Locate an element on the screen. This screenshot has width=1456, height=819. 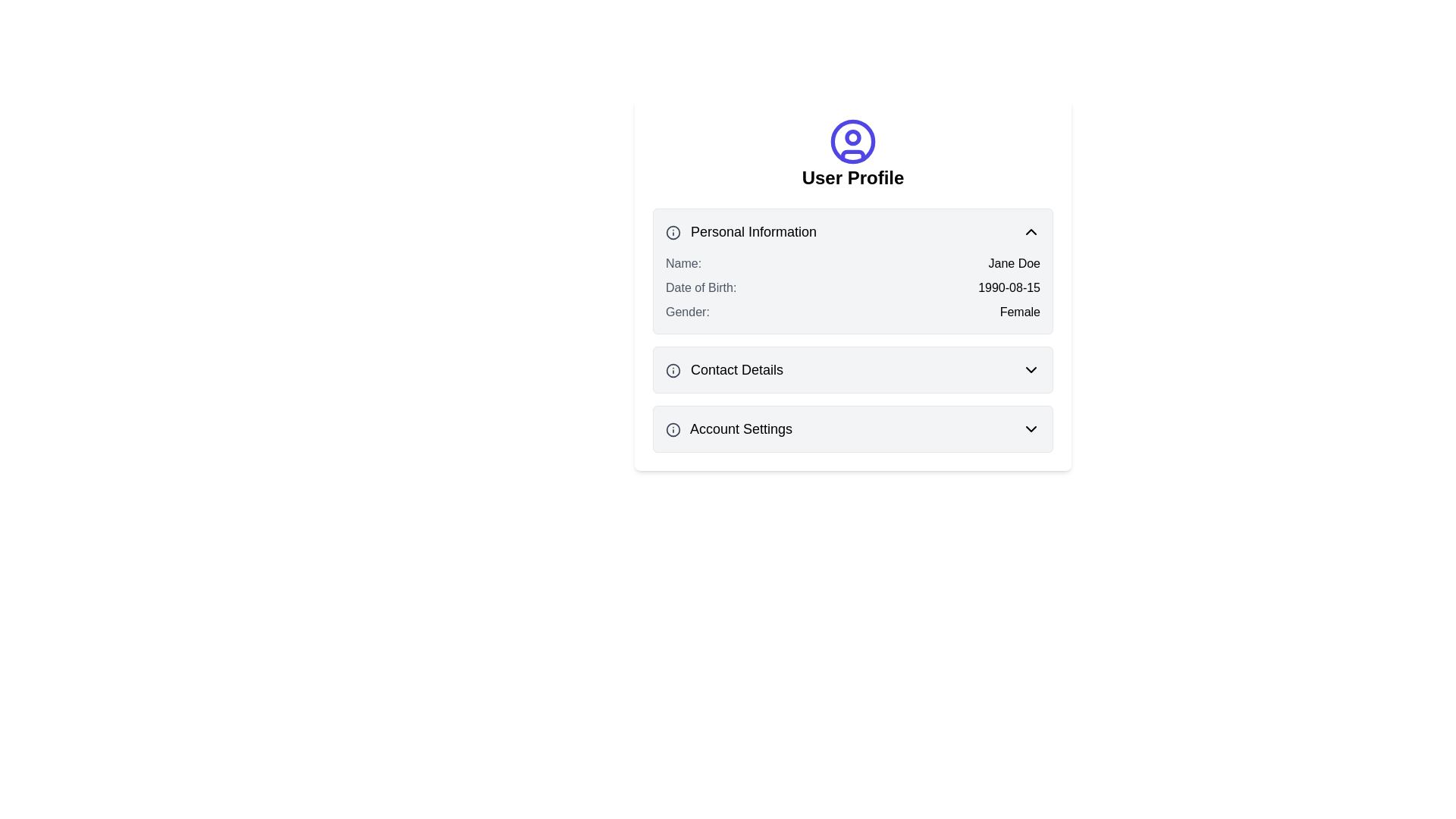
the Text display that shows the user's date of birth information, located in the 'Personal Information' section, aligned with the label 'Date of Birth:' on the right side is located at coordinates (1009, 288).